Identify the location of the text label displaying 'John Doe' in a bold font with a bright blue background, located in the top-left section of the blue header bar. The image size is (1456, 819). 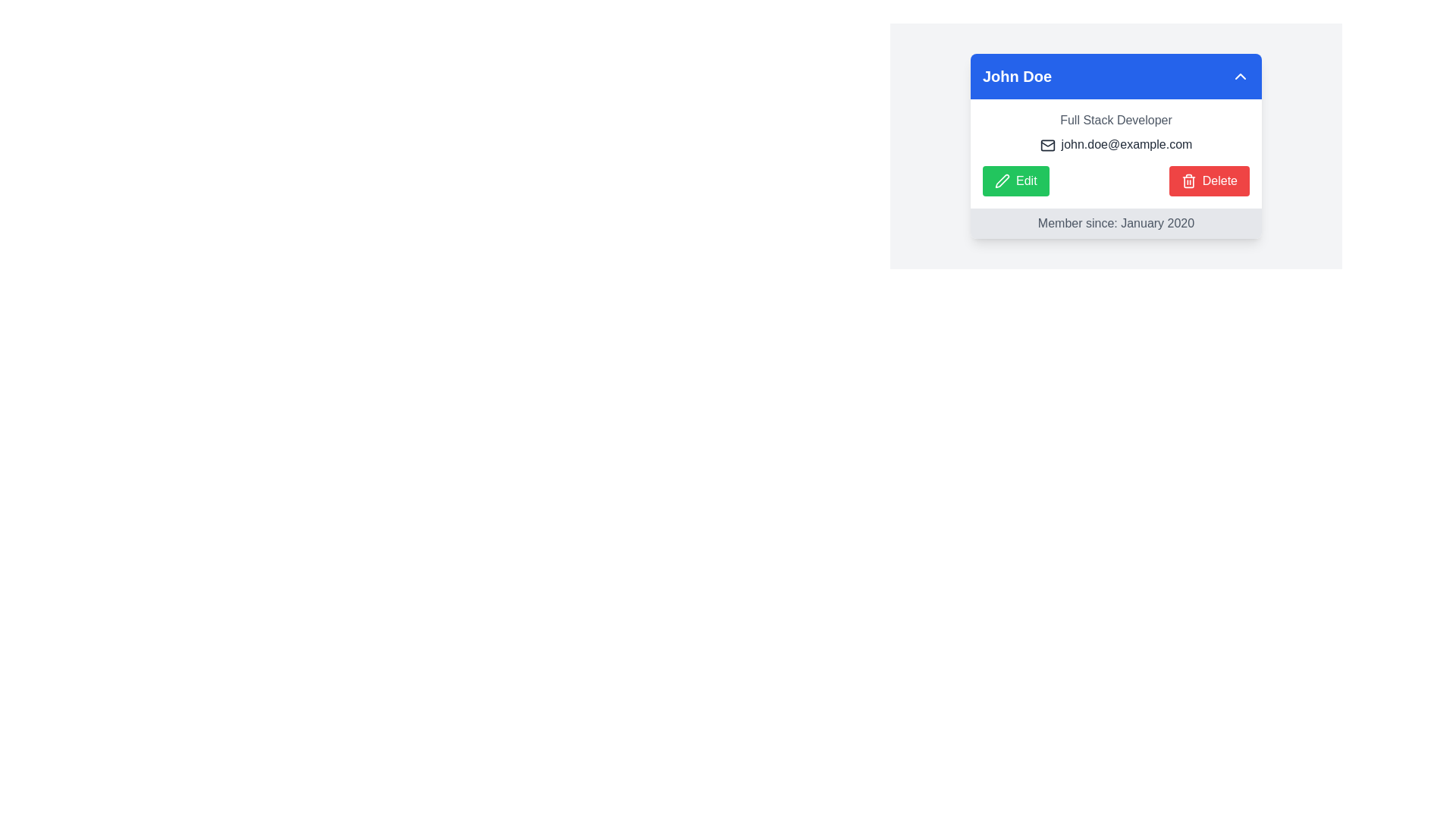
(1017, 76).